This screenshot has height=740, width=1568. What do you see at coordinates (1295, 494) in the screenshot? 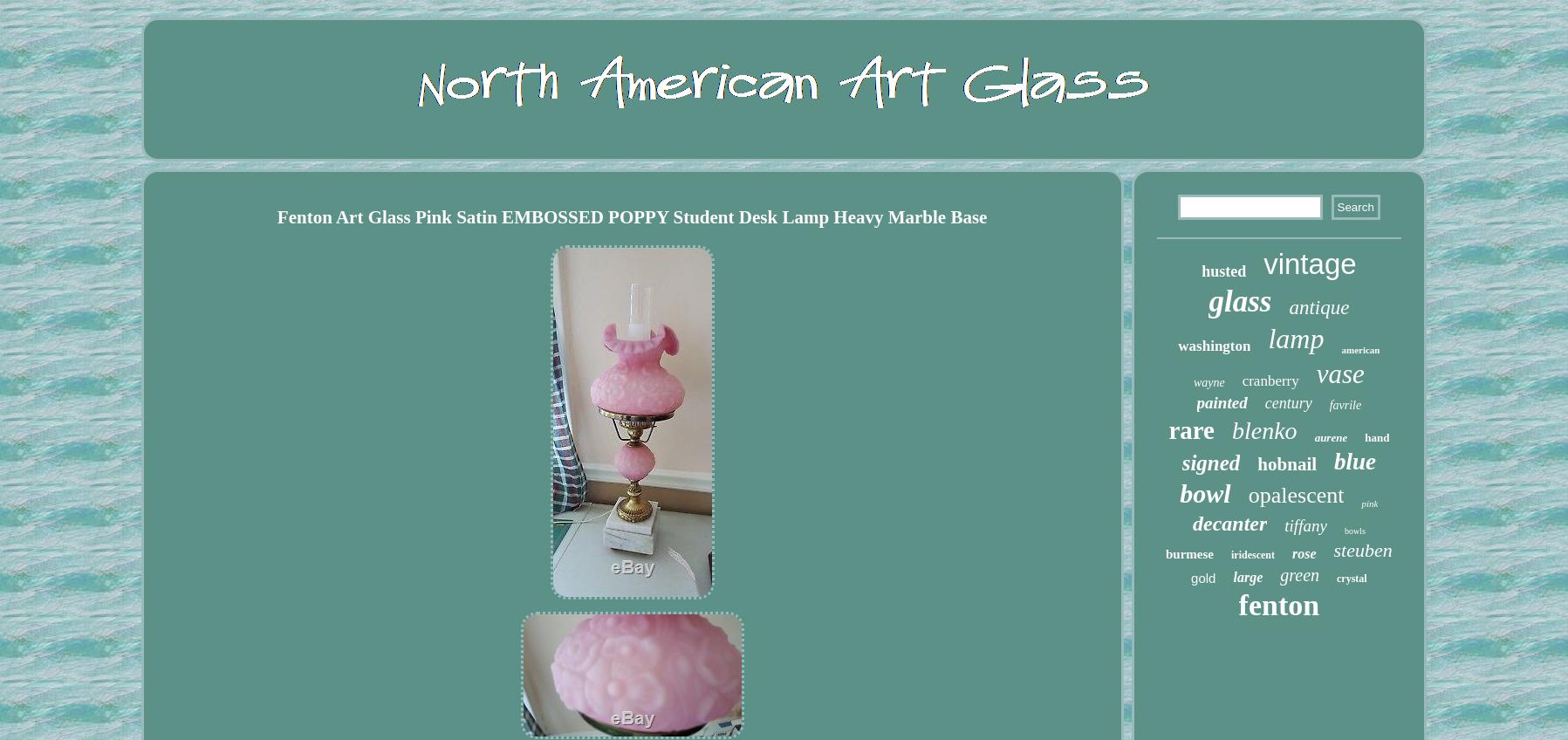
I see `'opalescent'` at bounding box center [1295, 494].